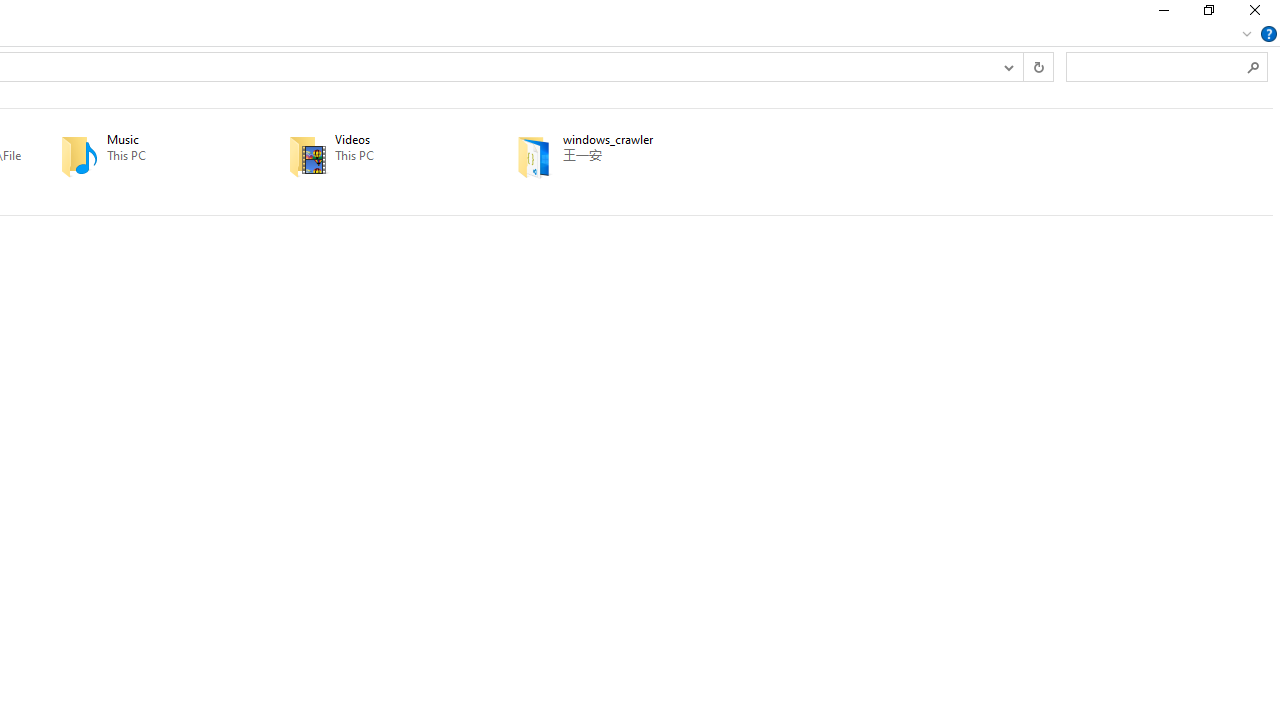 The image size is (1280, 720). What do you see at coordinates (1157, 65) in the screenshot?
I see `'Search Box'` at bounding box center [1157, 65].